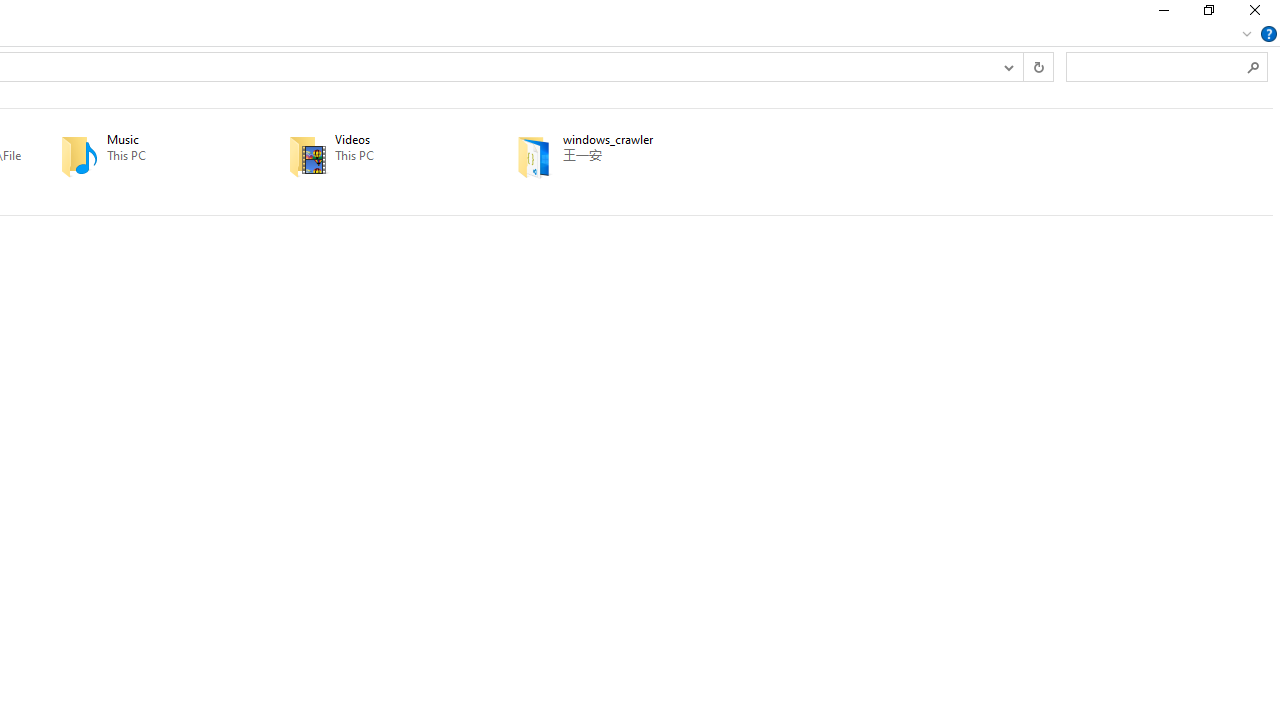 The image size is (1280, 720). What do you see at coordinates (1157, 65) in the screenshot?
I see `'Search Box'` at bounding box center [1157, 65].